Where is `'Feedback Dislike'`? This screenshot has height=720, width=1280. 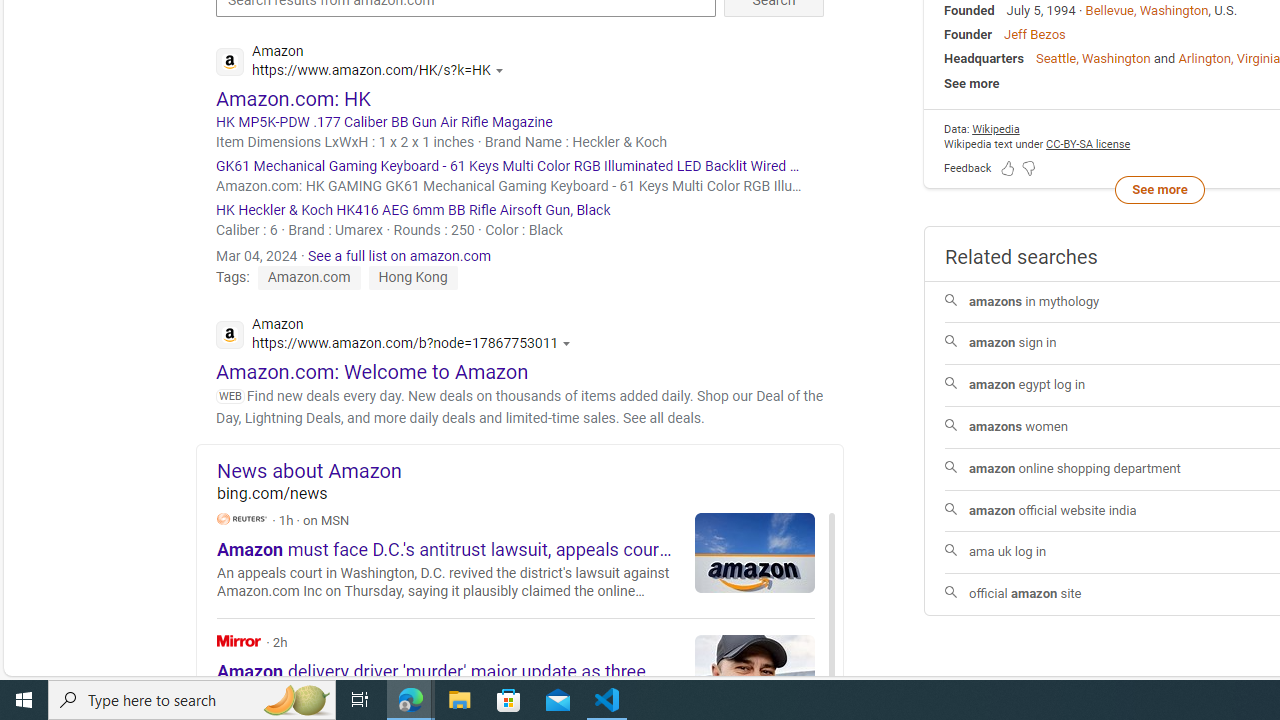 'Feedback Dislike' is located at coordinates (1029, 166).